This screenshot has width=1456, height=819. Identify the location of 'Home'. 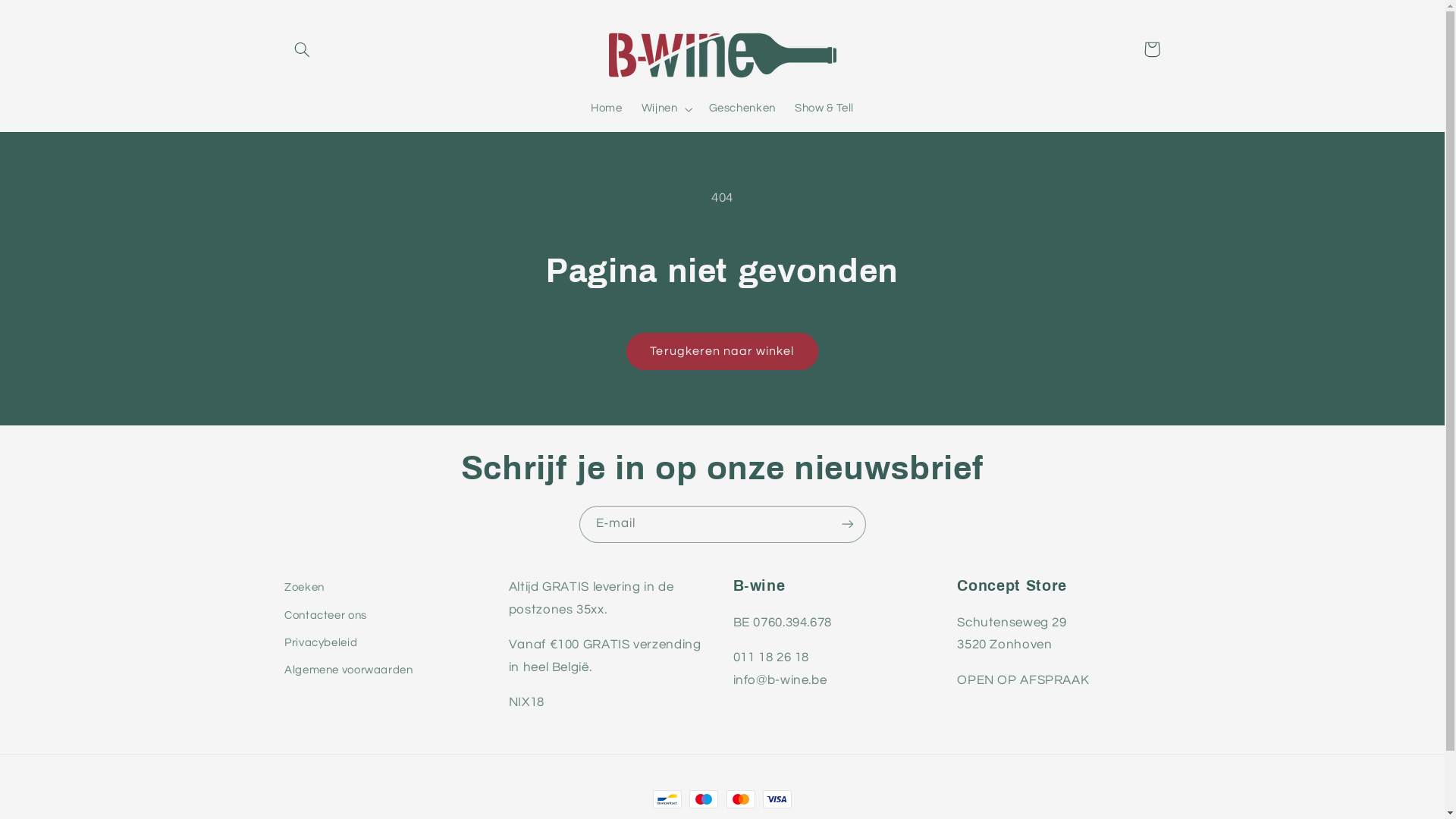
(580, 108).